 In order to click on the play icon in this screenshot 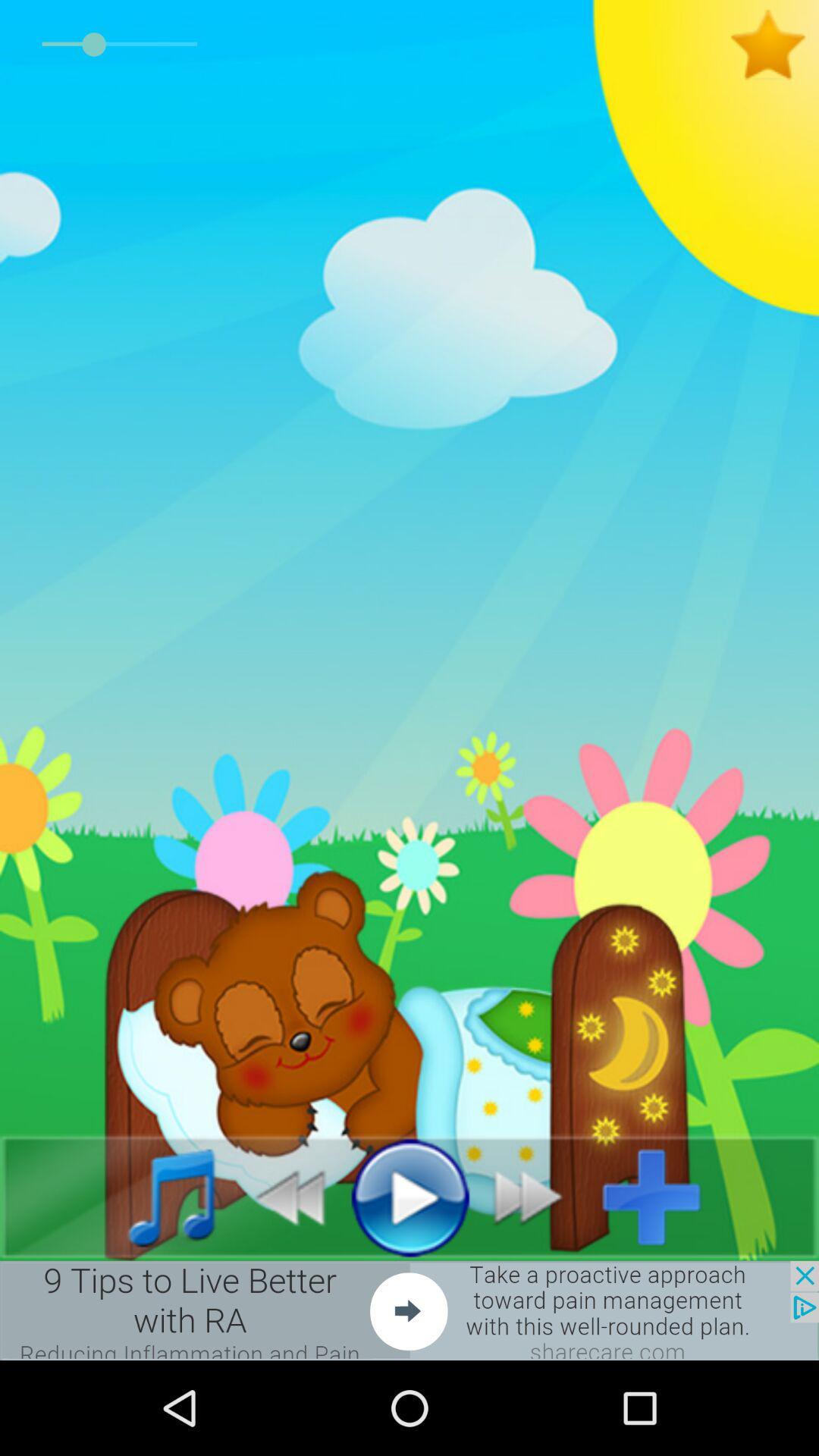, I will do `click(409, 1196)`.